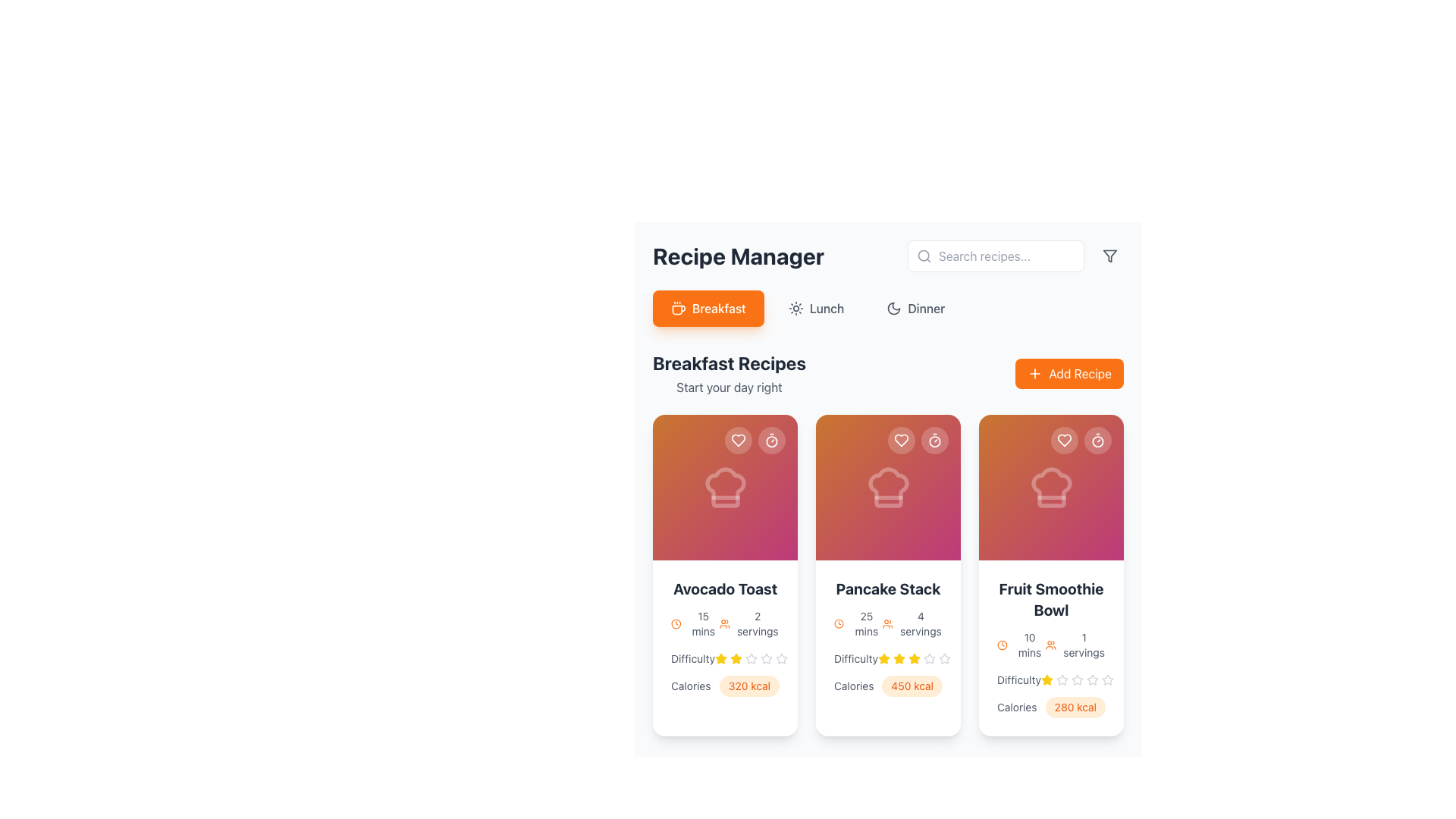 Image resolution: width=1456 pixels, height=819 pixels. Describe the element at coordinates (724, 686) in the screenshot. I see `nutritional information displayed in the text label for the 'Avocado Toast' dish, located at the bottom section of its card, below the 'Difficulty' rating` at that location.